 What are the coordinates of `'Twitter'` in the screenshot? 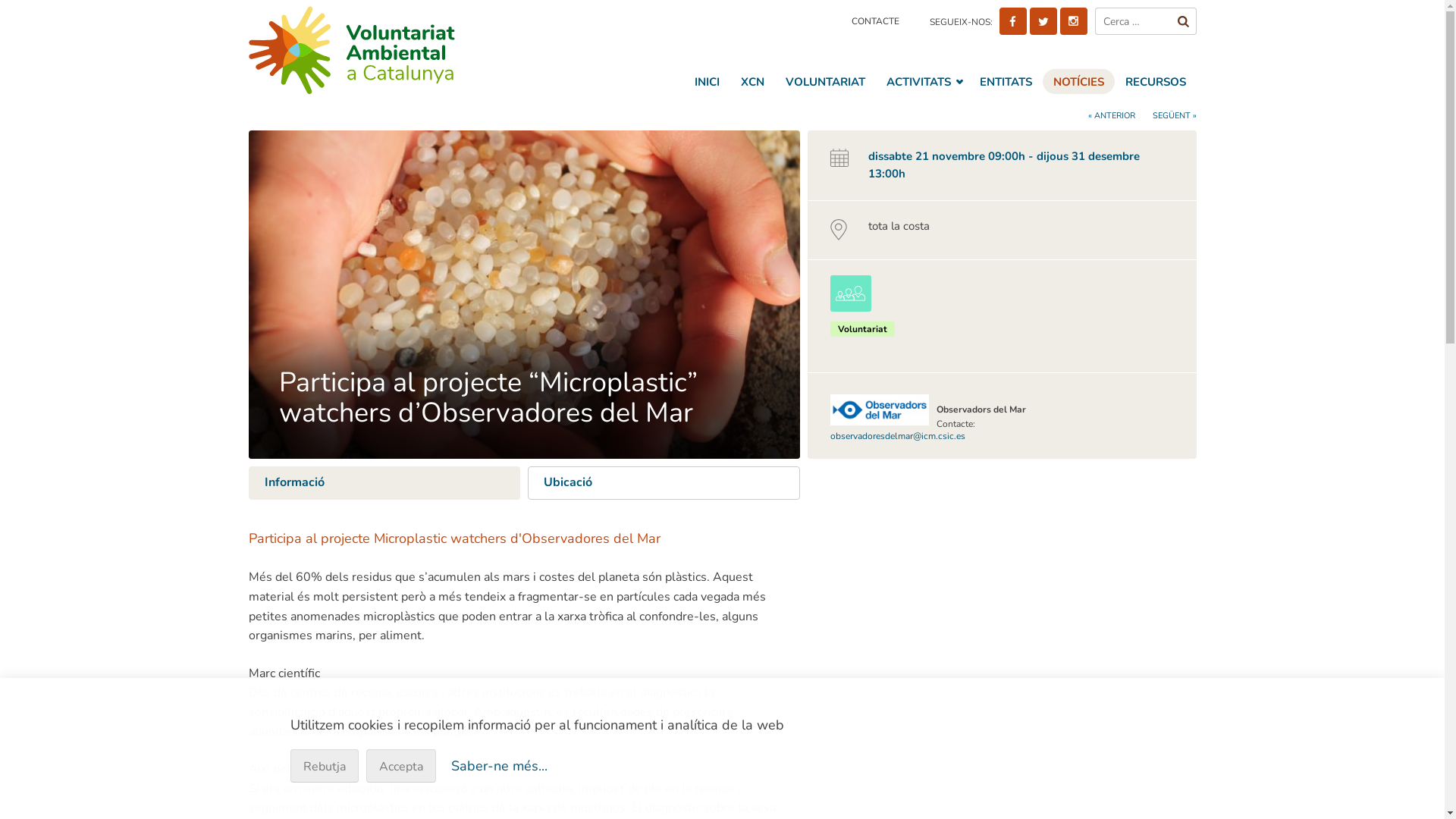 It's located at (1043, 20).